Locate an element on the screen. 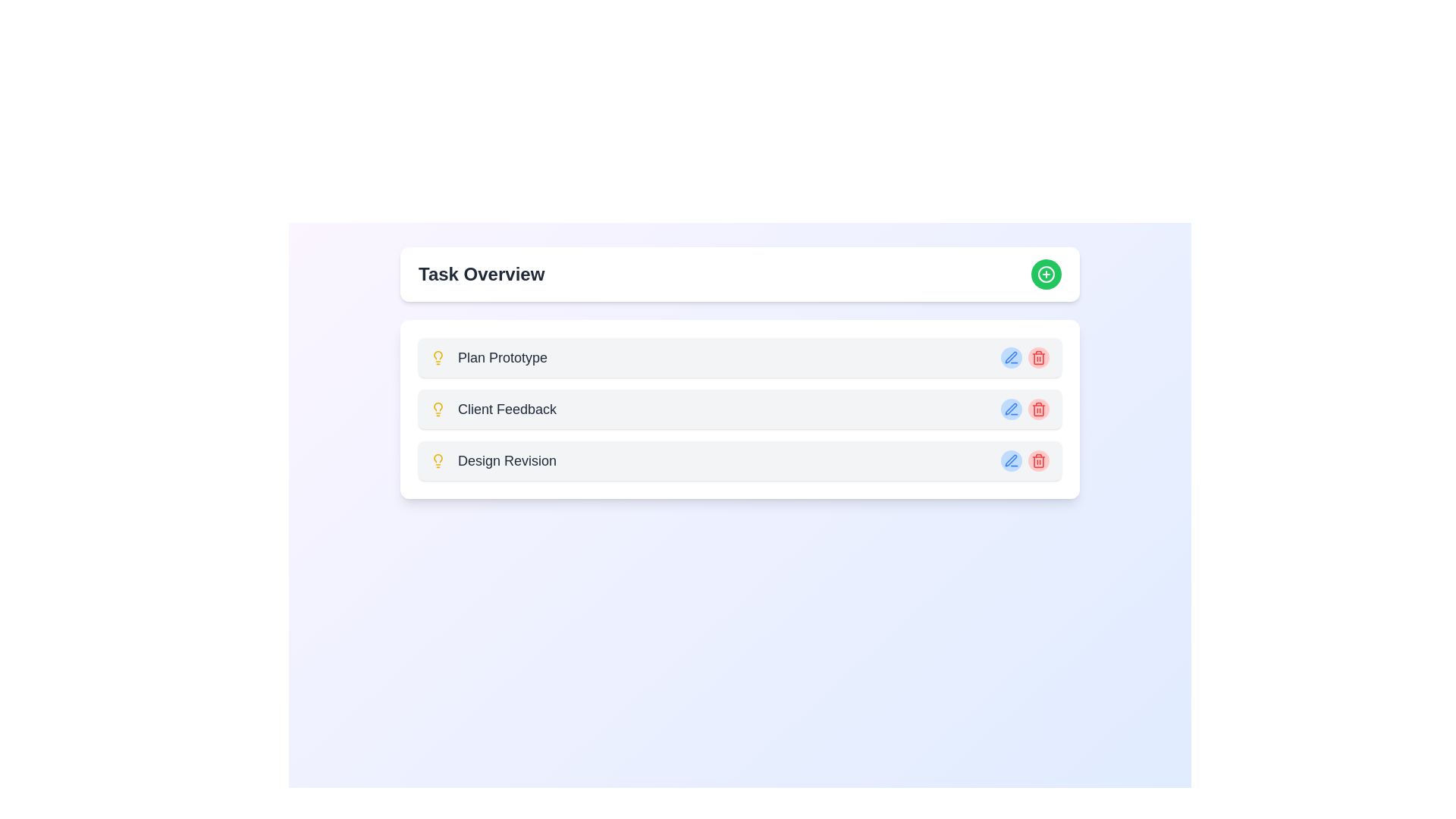 The height and width of the screenshot is (819, 1456). text from the Text Label that serves as a heading for the task management panel, located at the top-left corner and preceding a green circular button is located at coordinates (481, 275).